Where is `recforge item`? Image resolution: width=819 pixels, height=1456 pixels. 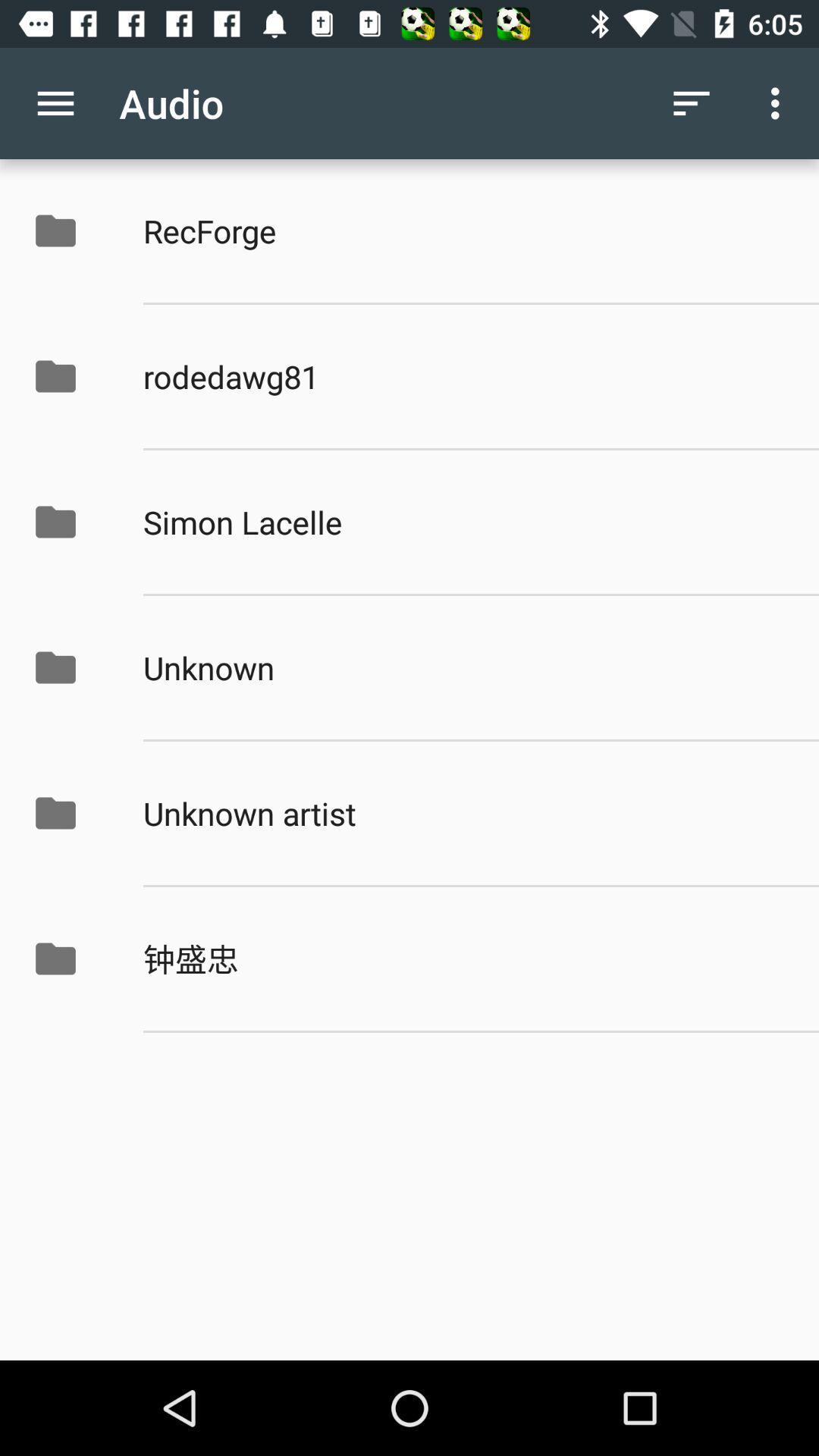
recforge item is located at coordinates (464, 230).